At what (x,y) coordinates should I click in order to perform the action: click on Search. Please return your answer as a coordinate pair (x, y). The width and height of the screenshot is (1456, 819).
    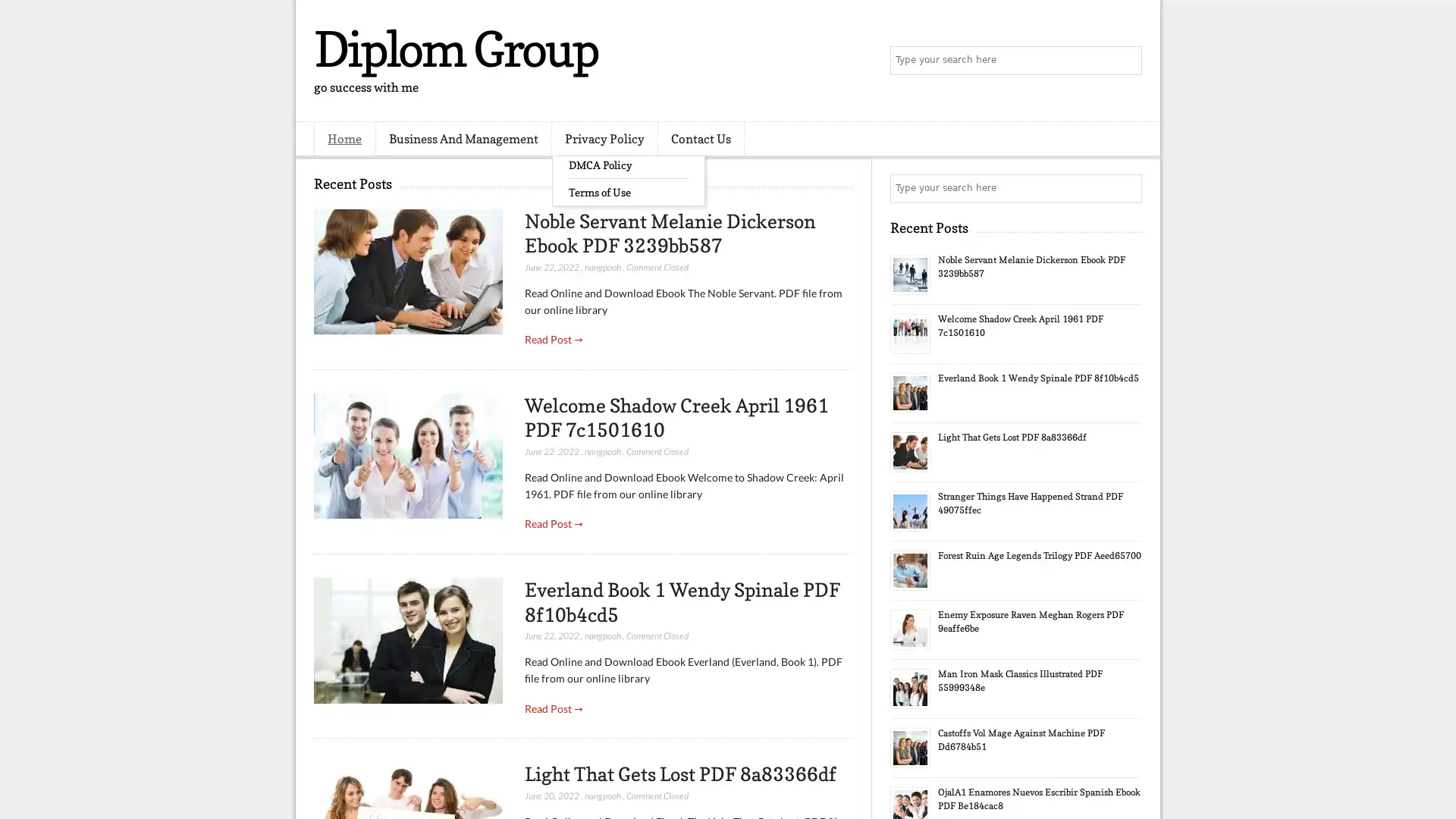
    Looking at the image, I should click on (1126, 188).